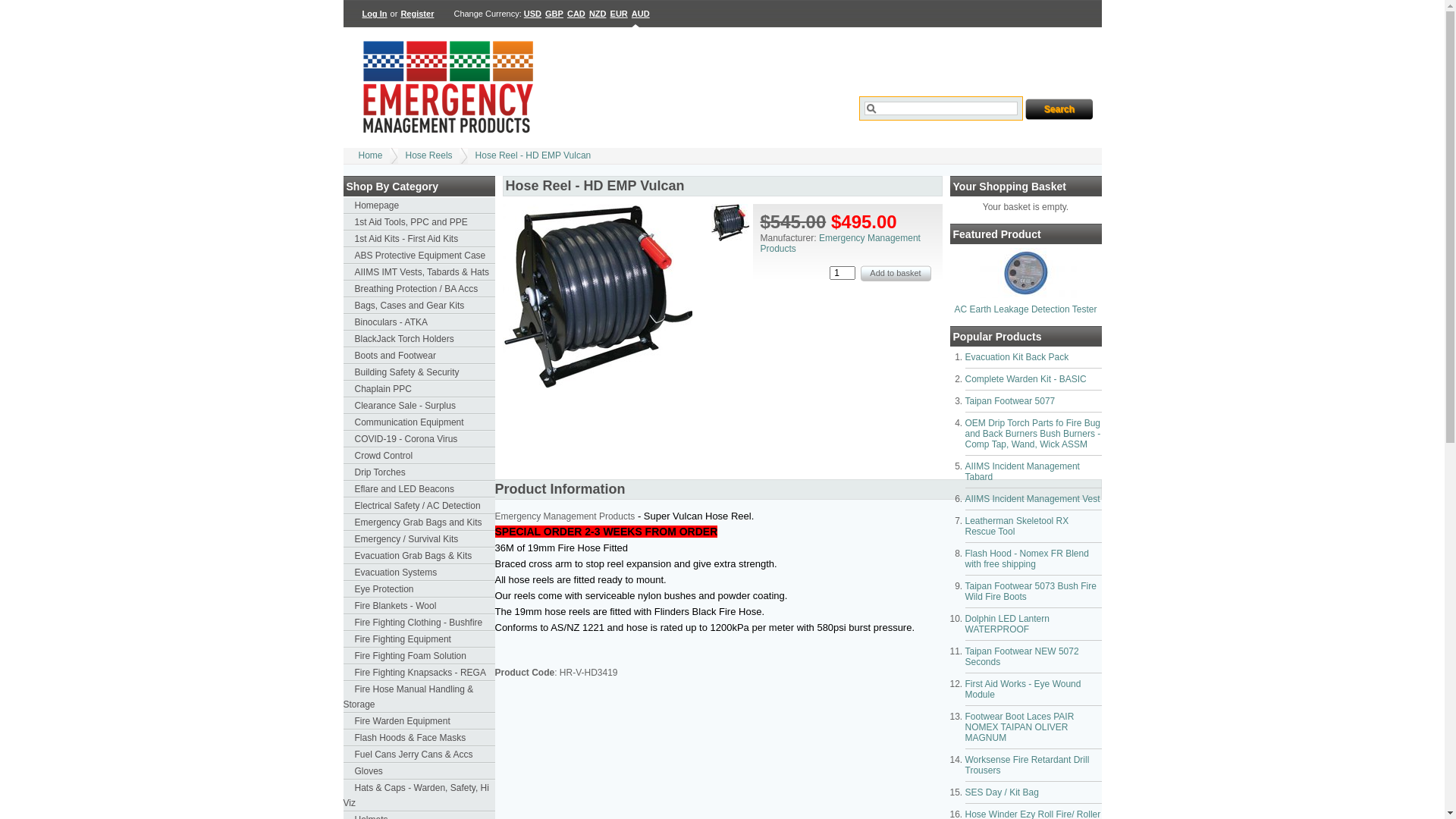 The height and width of the screenshot is (819, 1456). I want to click on 'Evacuation Grab Bags & Kits', so click(419, 555).